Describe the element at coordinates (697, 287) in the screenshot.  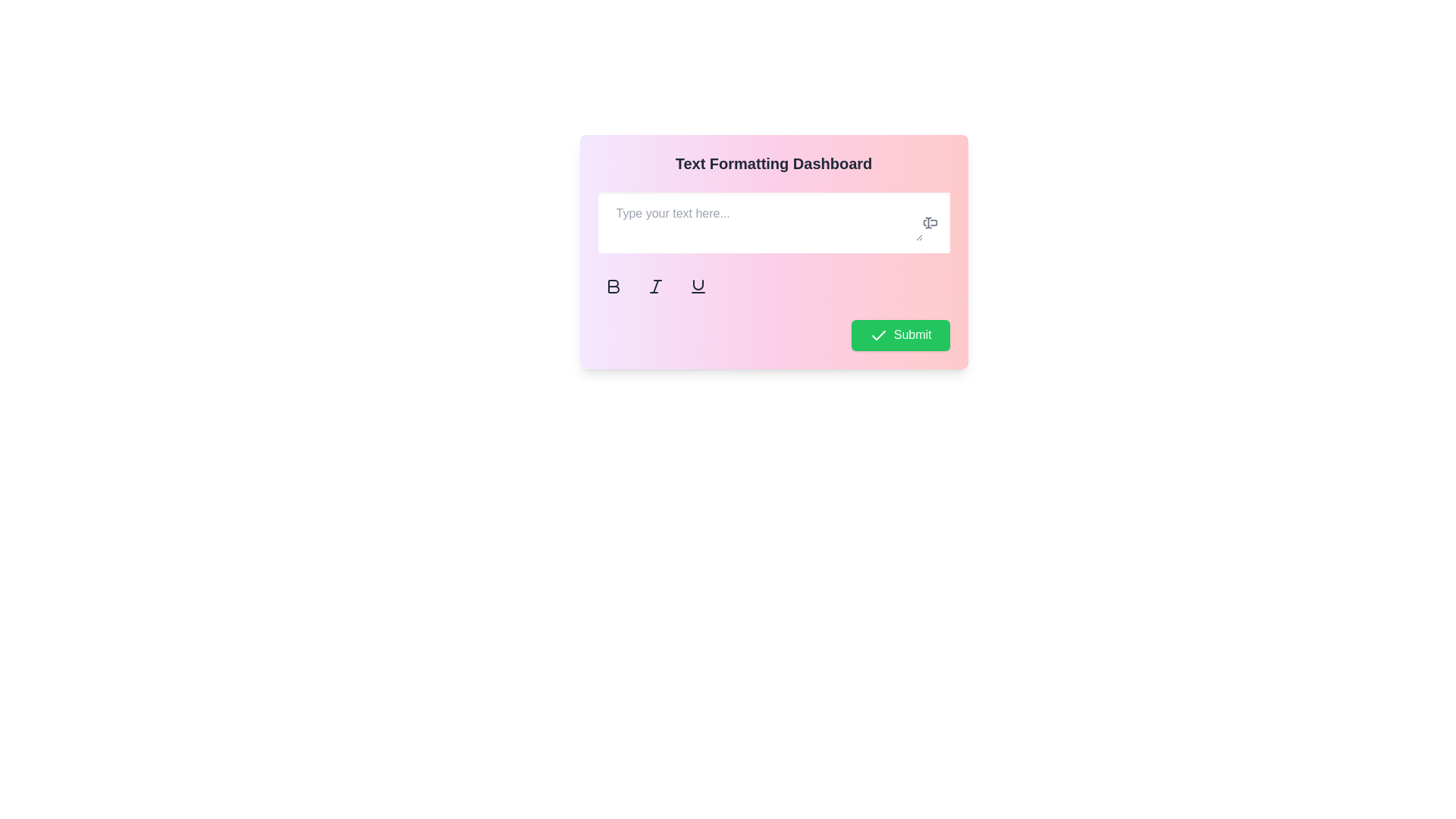
I see `the underline icon button, which is a U-shaped stroke with a horizontal line below it, located in the row of text formatting icons below the input text field` at that location.